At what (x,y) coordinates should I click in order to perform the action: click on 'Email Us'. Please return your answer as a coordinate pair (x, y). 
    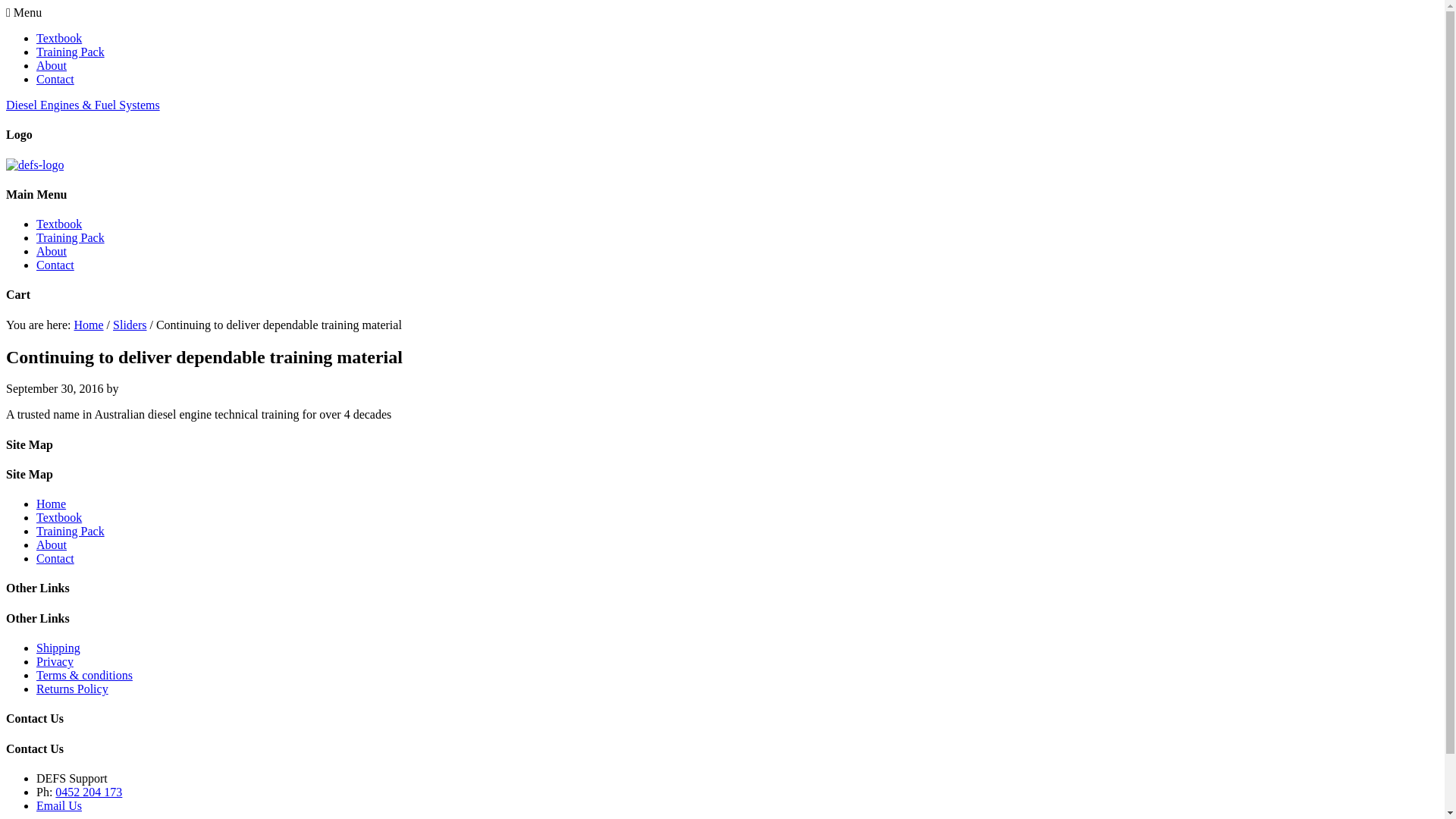
    Looking at the image, I should click on (58, 805).